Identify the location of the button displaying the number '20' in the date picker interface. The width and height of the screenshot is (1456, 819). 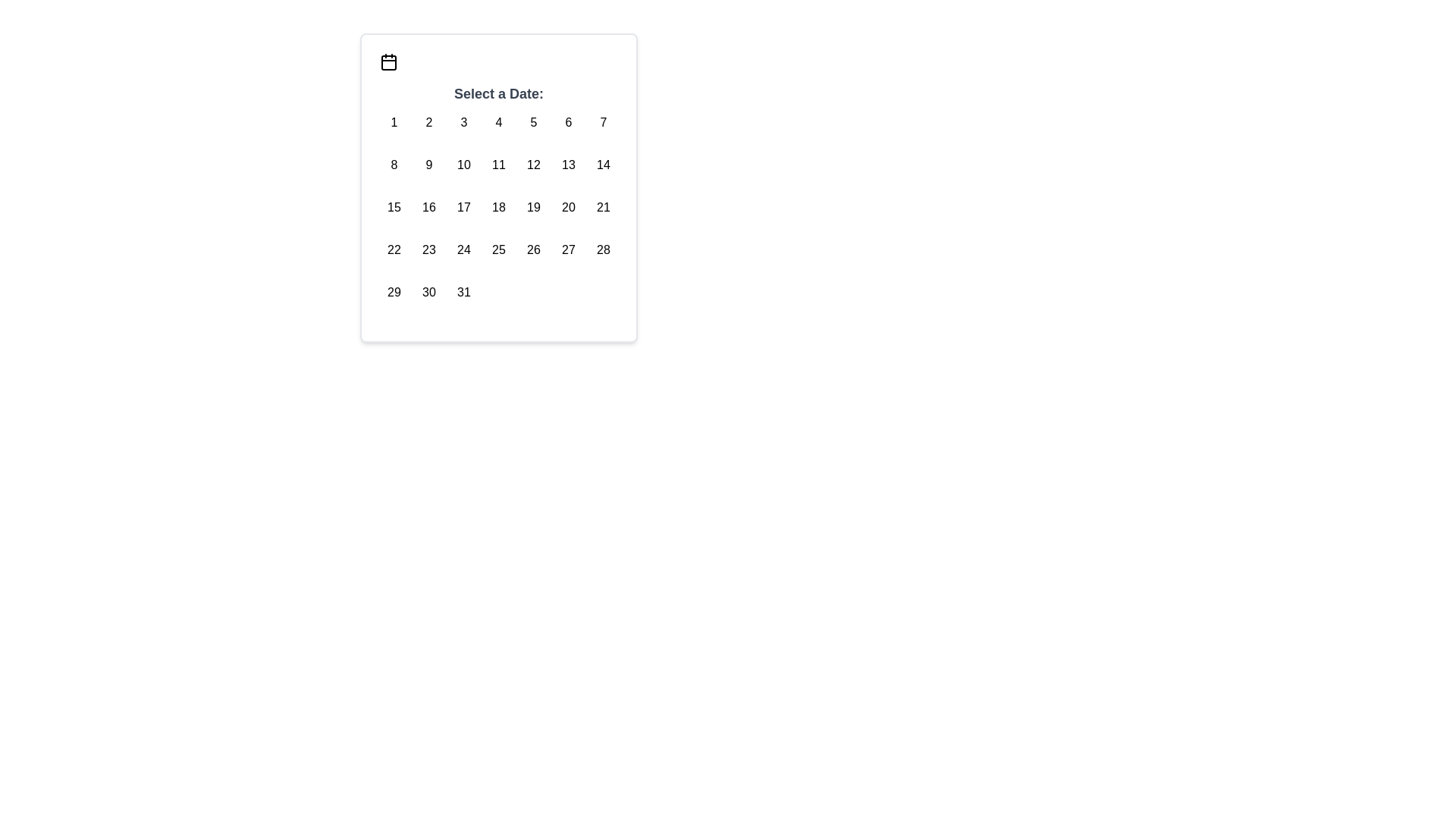
(567, 207).